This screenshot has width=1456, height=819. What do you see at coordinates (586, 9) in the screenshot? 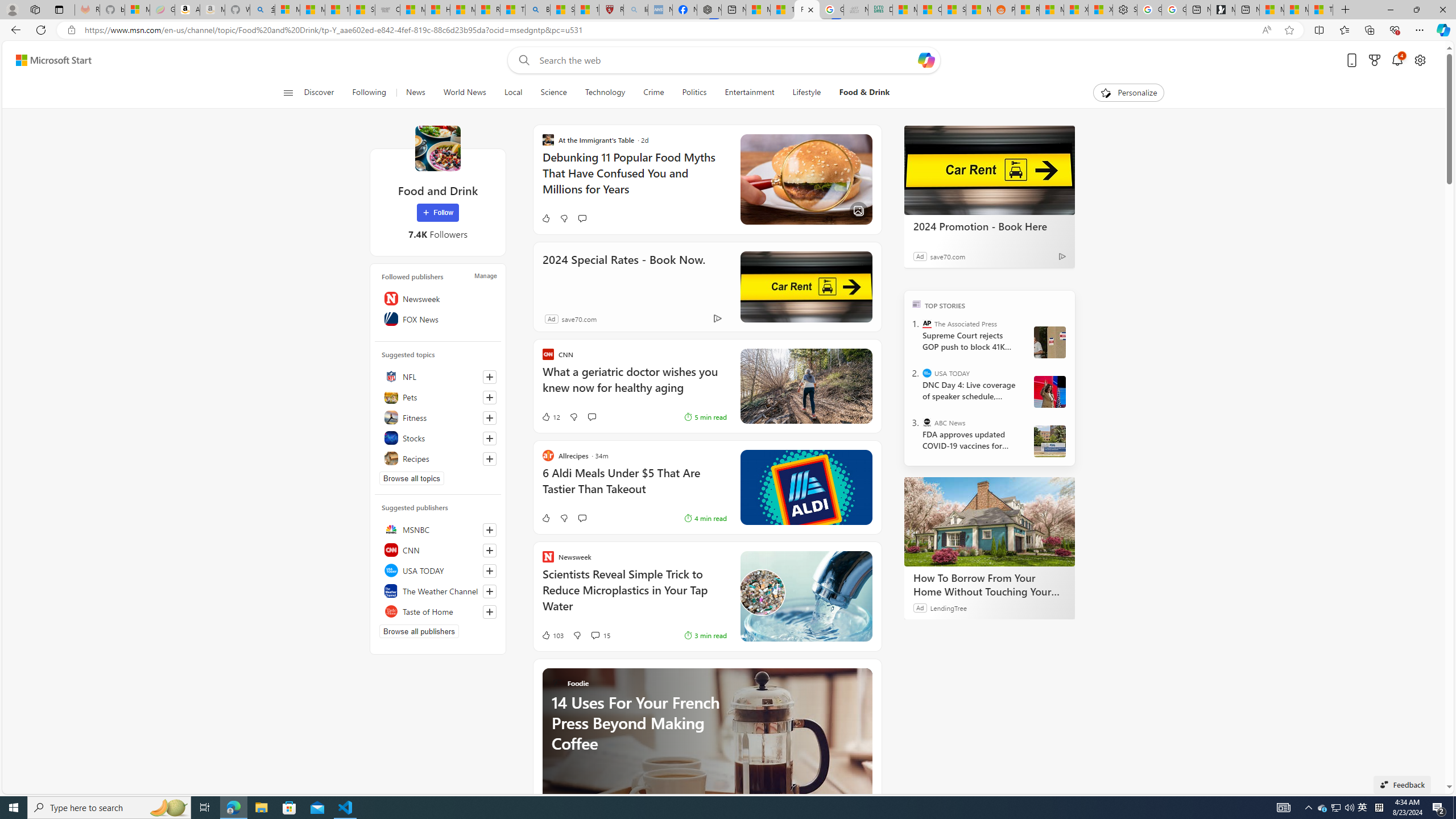
I see `'12 Popular Science Lies that Must be Corrected'` at bounding box center [586, 9].